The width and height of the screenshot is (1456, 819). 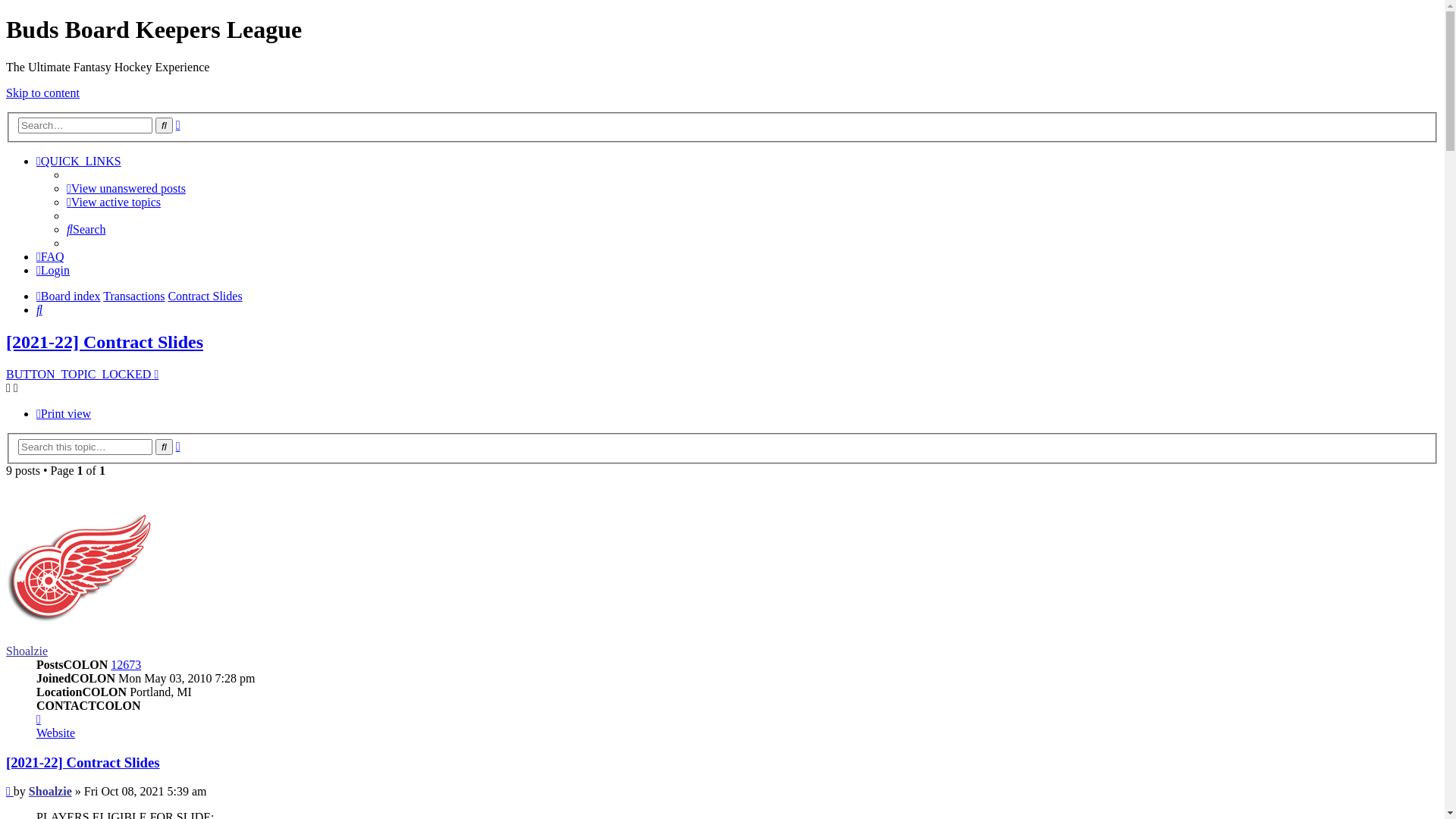 I want to click on 'BUTTON_TOPIC_LOCKED', so click(x=81, y=374).